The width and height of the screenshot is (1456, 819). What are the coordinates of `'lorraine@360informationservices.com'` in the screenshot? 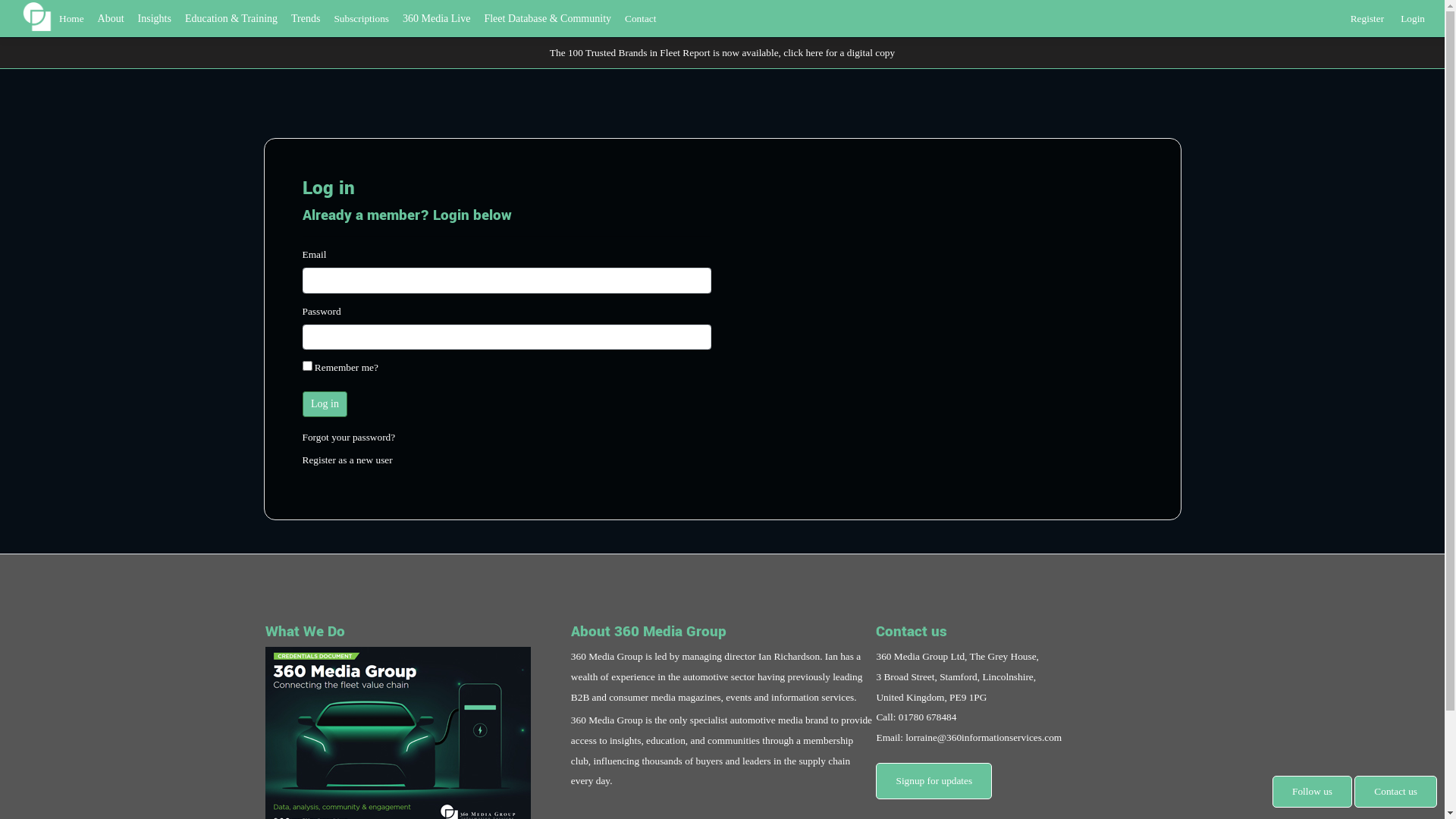 It's located at (983, 736).